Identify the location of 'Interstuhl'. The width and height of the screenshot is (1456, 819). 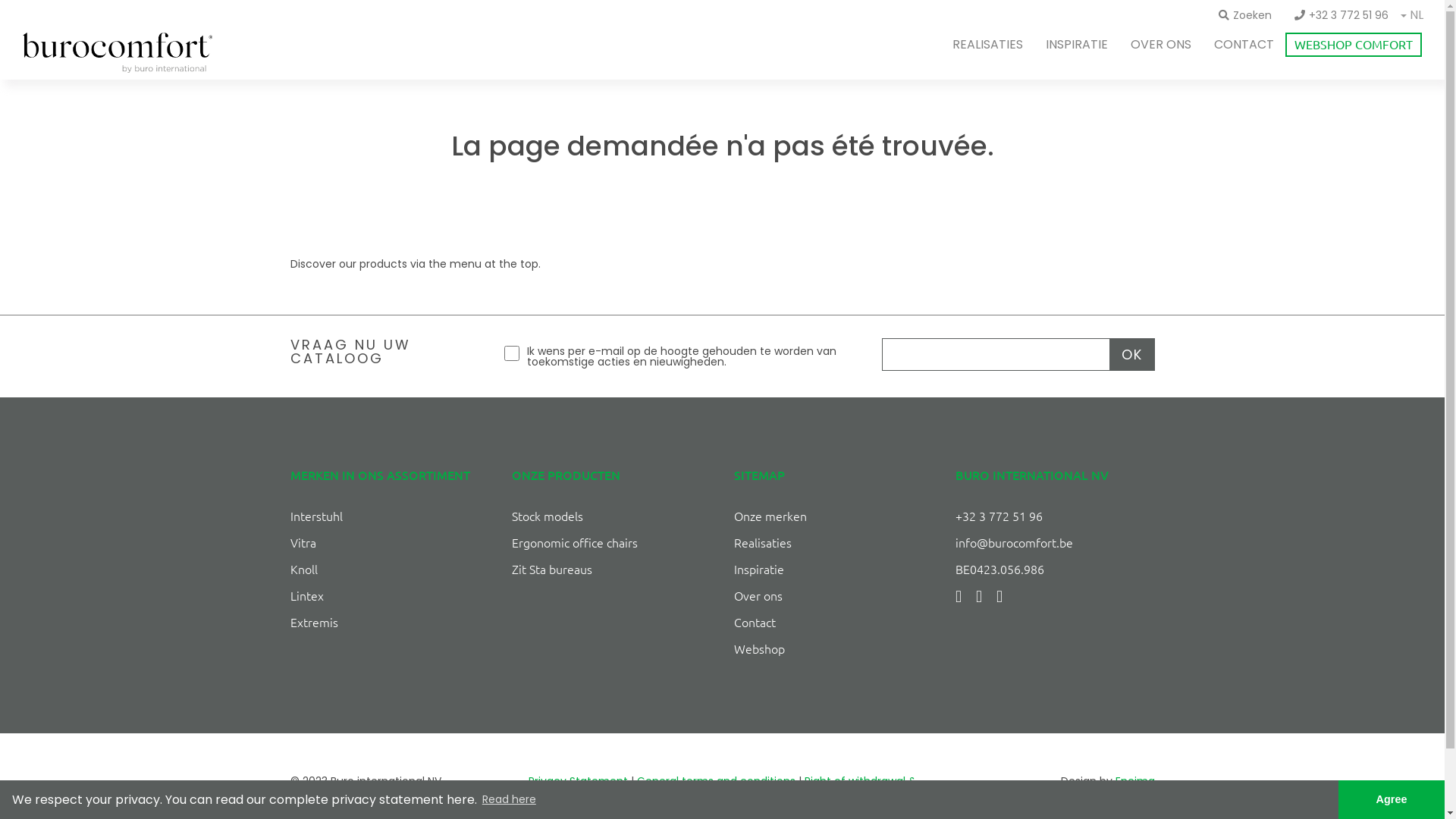
(315, 514).